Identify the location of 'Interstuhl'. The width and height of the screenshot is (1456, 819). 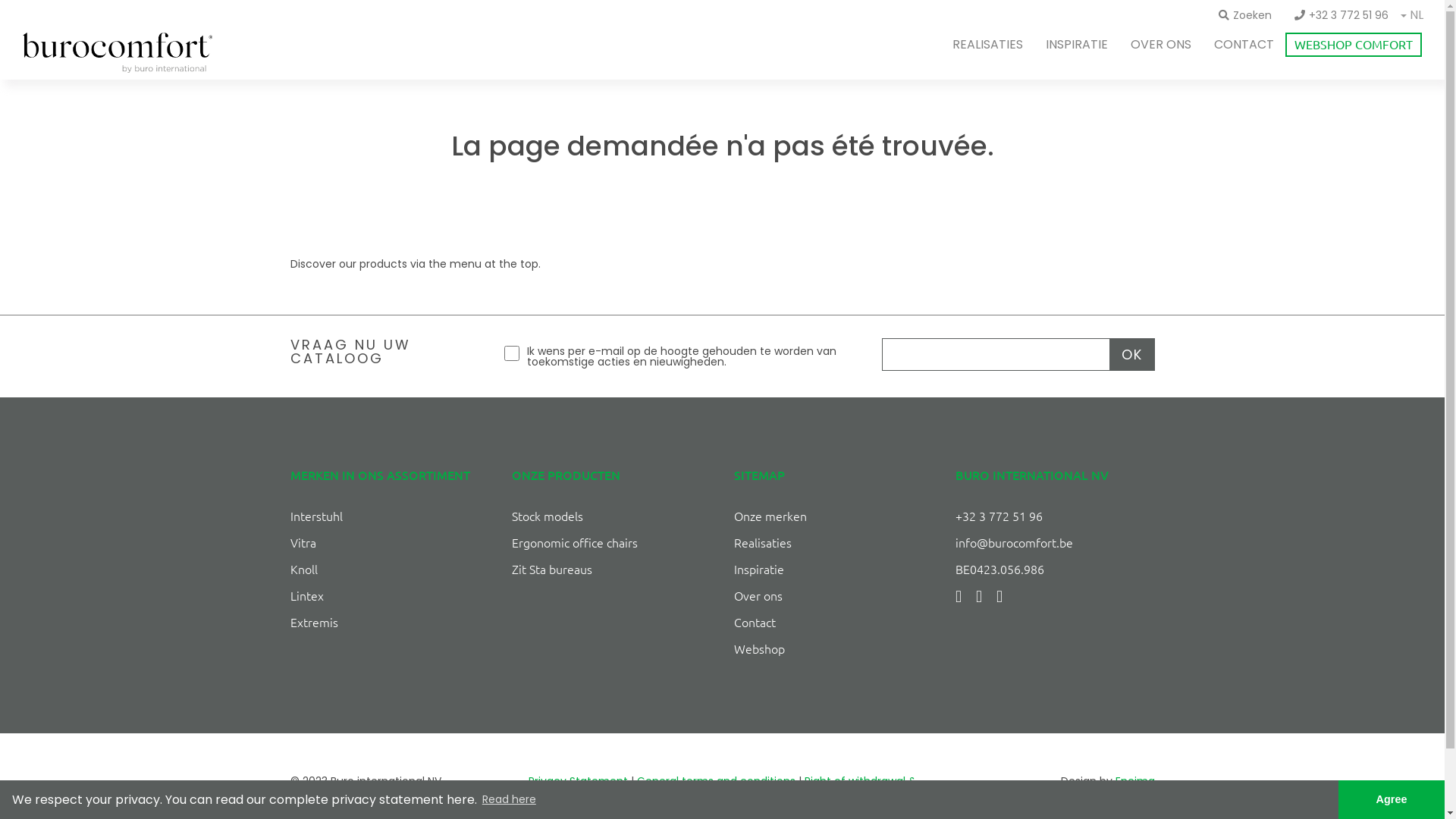
(315, 514).